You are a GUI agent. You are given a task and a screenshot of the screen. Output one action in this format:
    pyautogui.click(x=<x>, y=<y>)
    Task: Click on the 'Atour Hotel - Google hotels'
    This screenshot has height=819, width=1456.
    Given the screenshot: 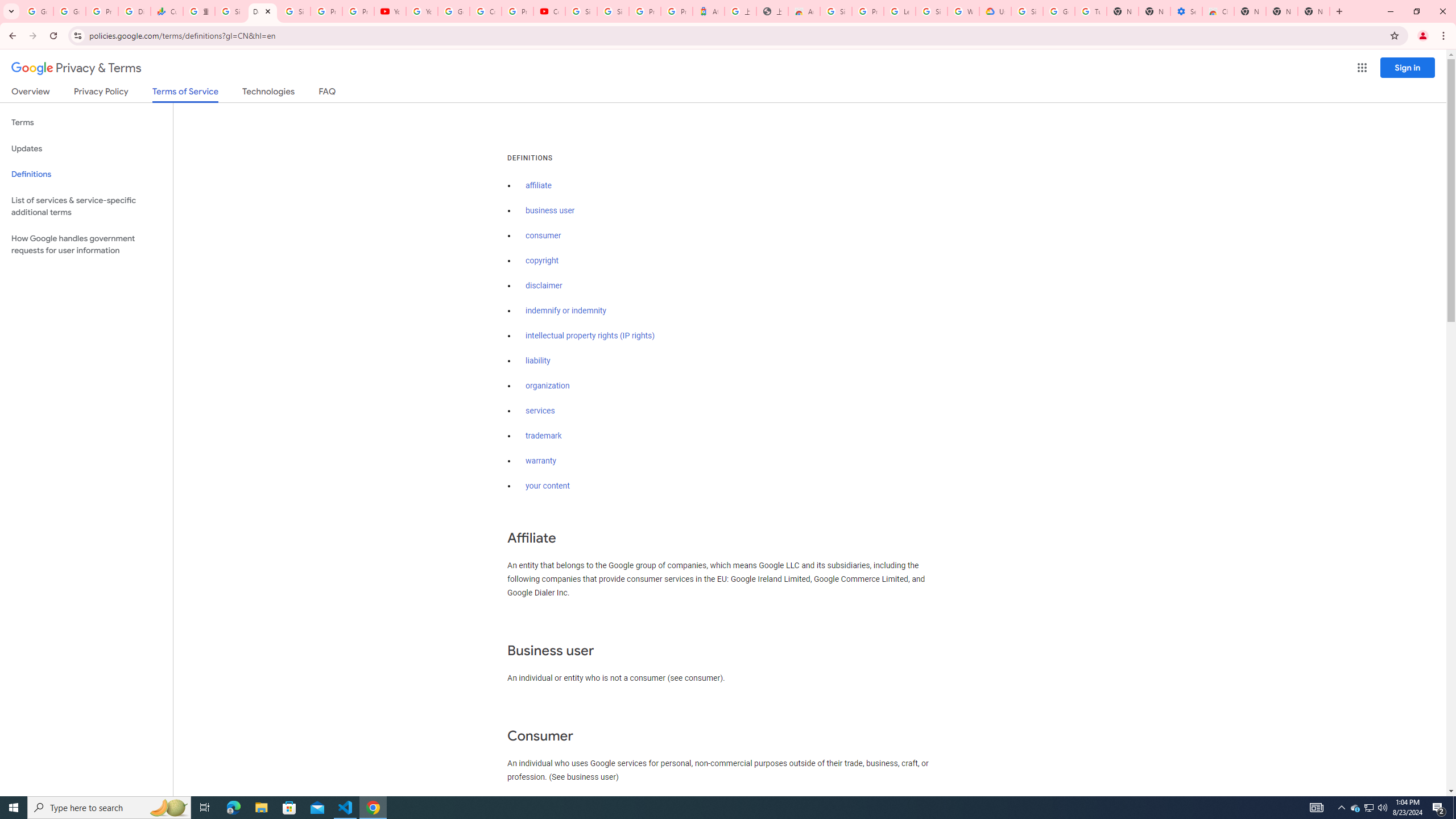 What is the action you would take?
    pyautogui.click(x=708, y=11)
    